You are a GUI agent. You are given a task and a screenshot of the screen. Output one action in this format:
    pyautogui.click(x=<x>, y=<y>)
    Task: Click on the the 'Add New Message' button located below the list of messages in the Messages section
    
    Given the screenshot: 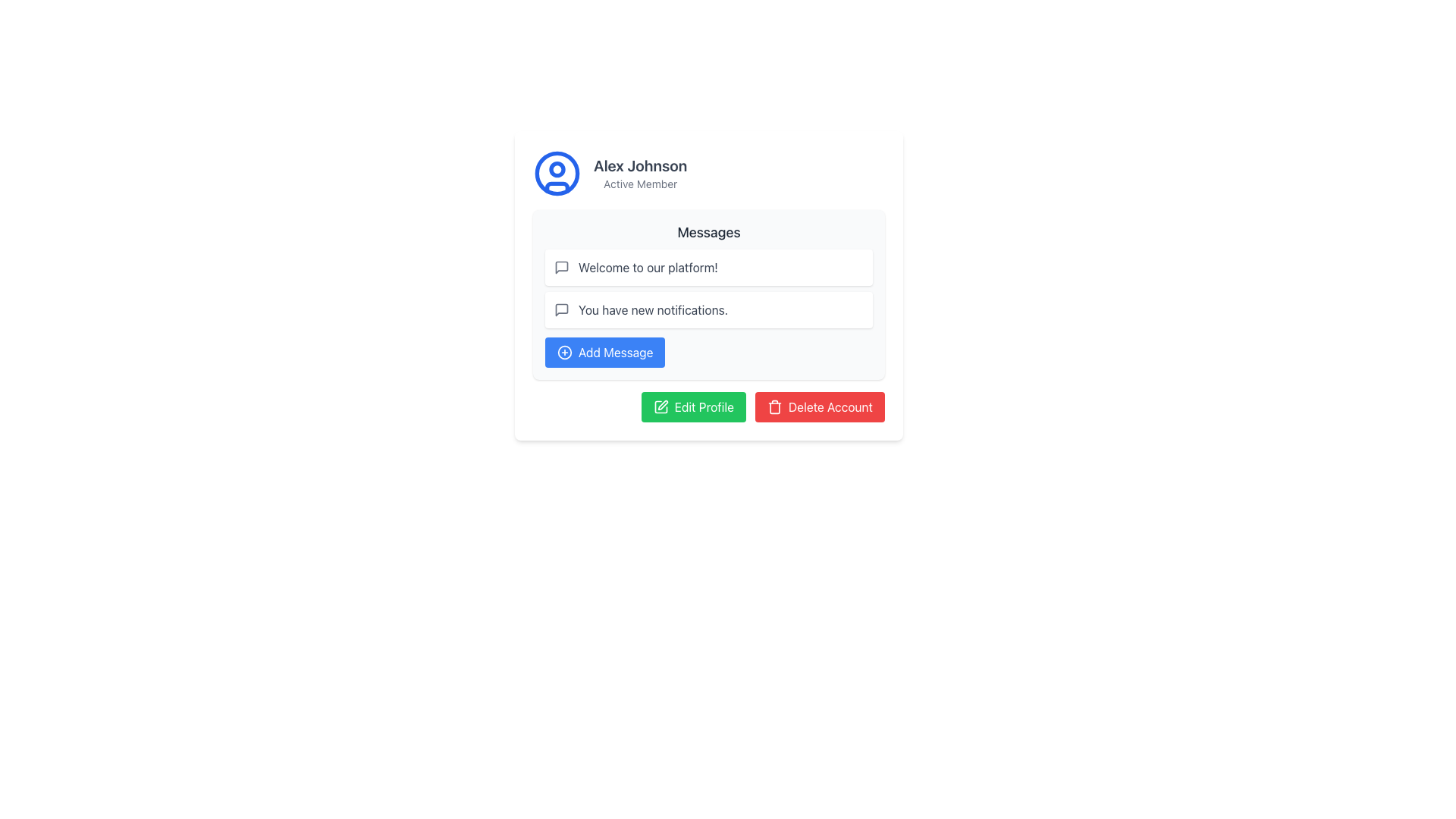 What is the action you would take?
    pyautogui.click(x=604, y=353)
    